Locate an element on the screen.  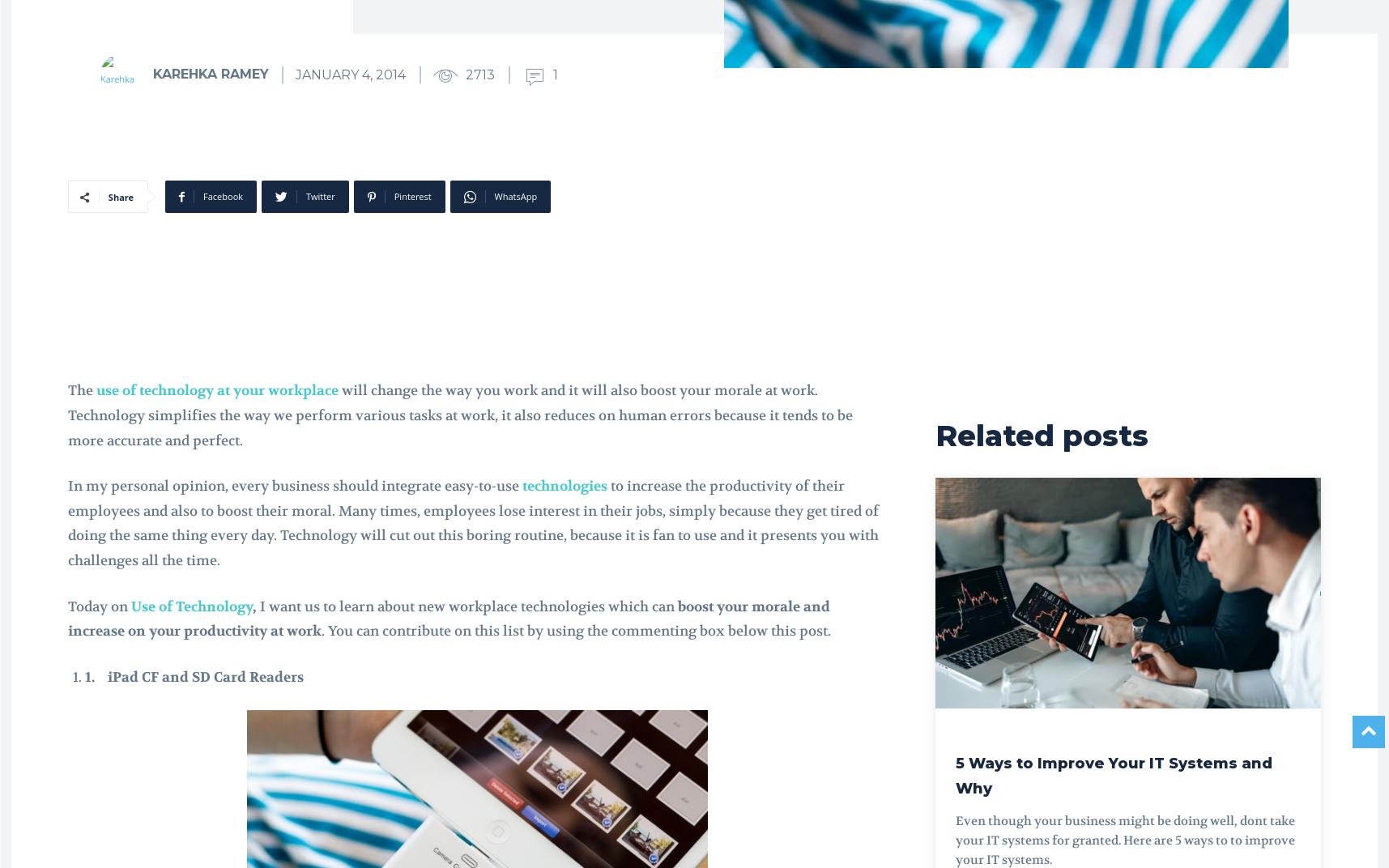
'Karehka Ramey' is located at coordinates (210, 74).